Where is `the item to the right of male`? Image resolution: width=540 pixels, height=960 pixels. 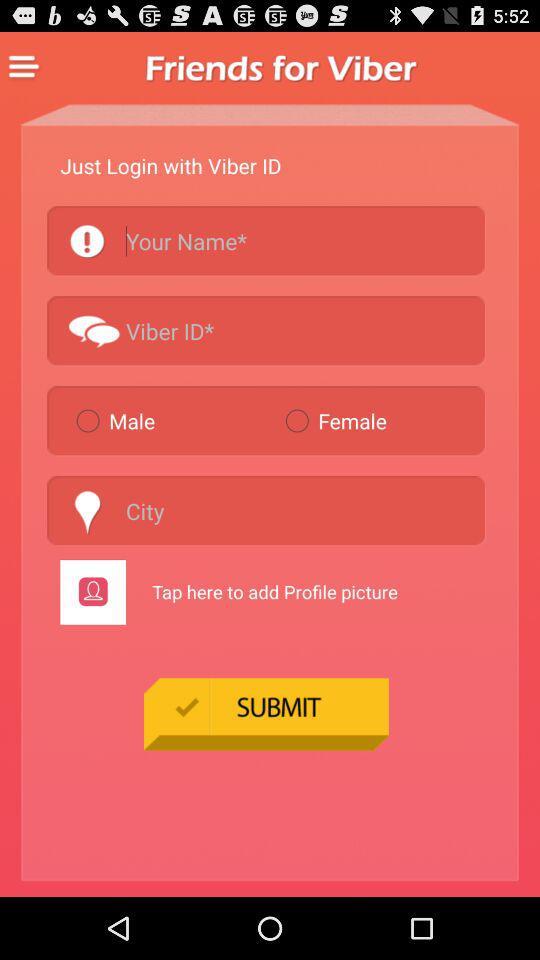 the item to the right of male is located at coordinates (381, 419).